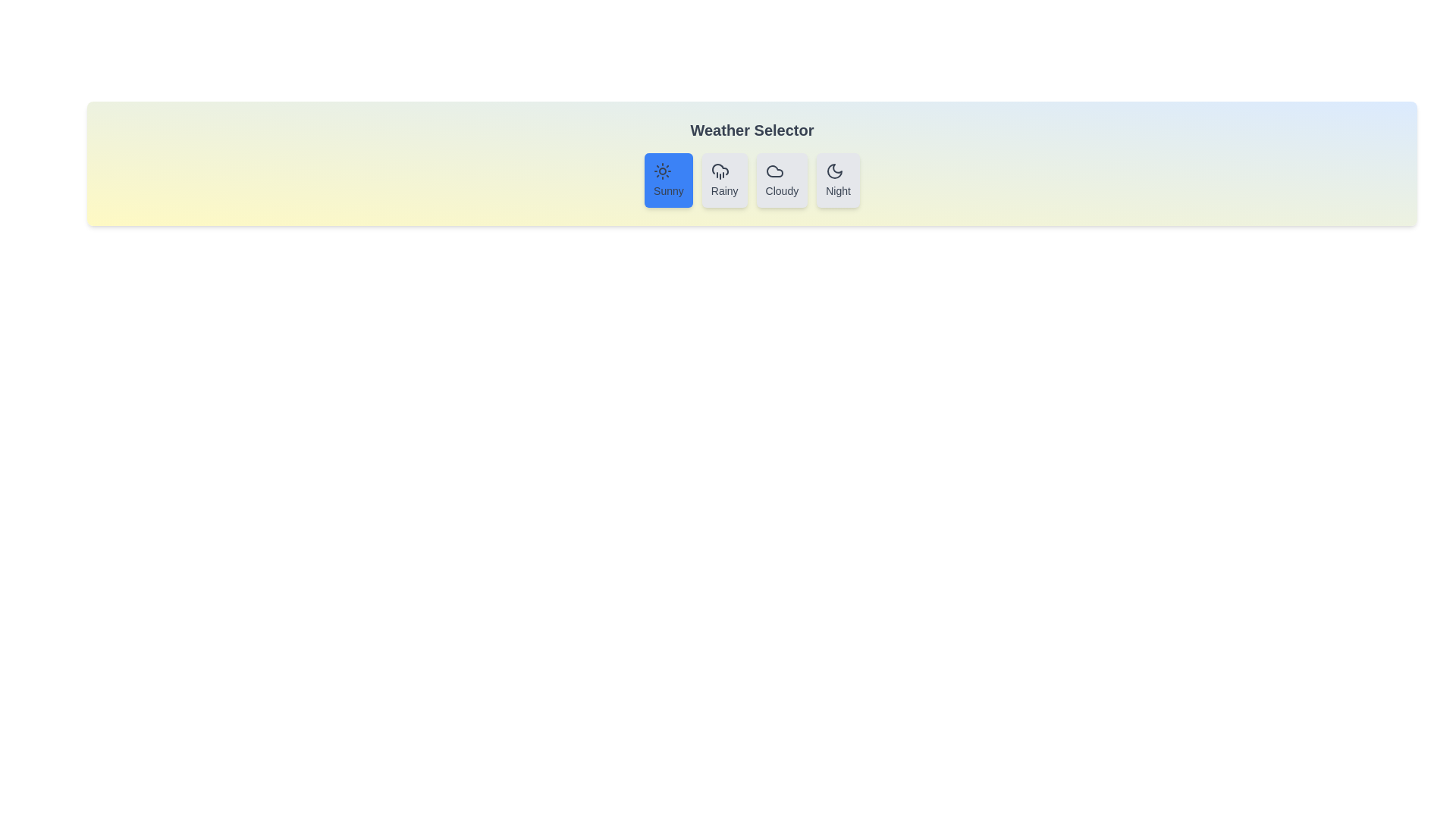 The image size is (1456, 819). Describe the element at coordinates (782, 180) in the screenshot. I see `the weather button labeled Cloudy to experience the hover effect` at that location.